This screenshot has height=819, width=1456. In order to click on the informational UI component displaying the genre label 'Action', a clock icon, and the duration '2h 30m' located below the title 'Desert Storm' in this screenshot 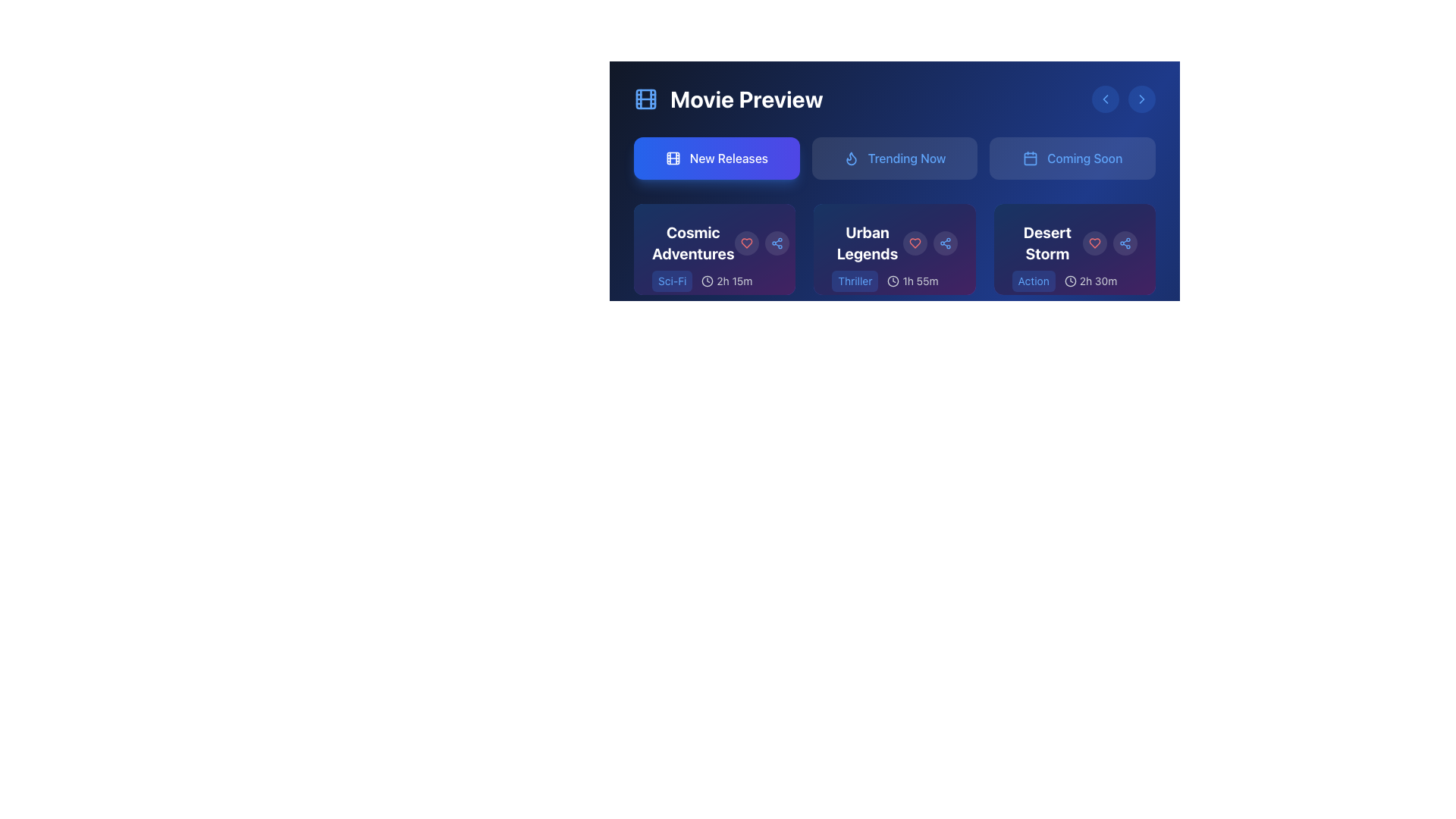, I will do `click(1074, 293)`.